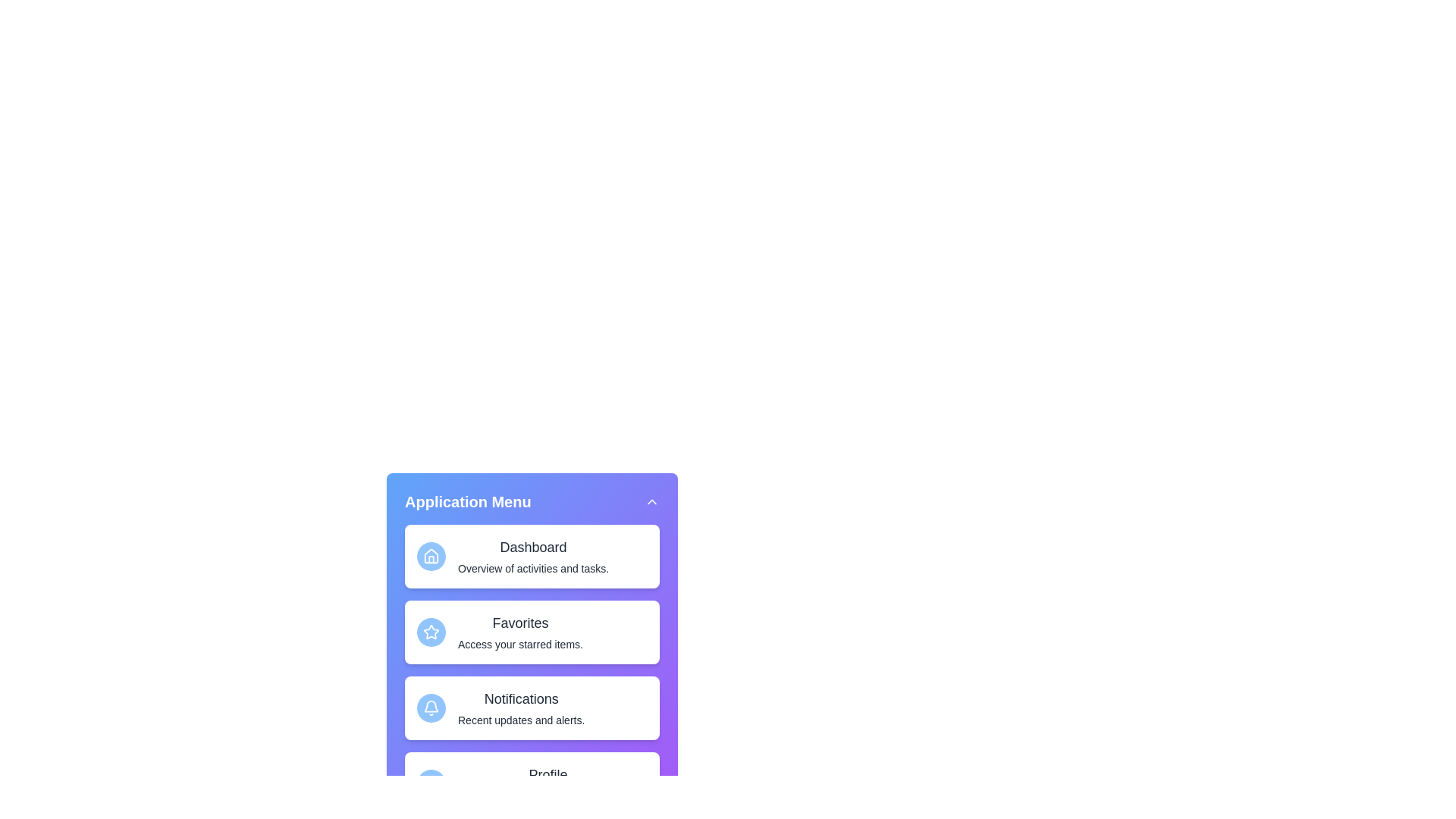  What do you see at coordinates (431, 632) in the screenshot?
I see `the icon of the menu item Favorites` at bounding box center [431, 632].